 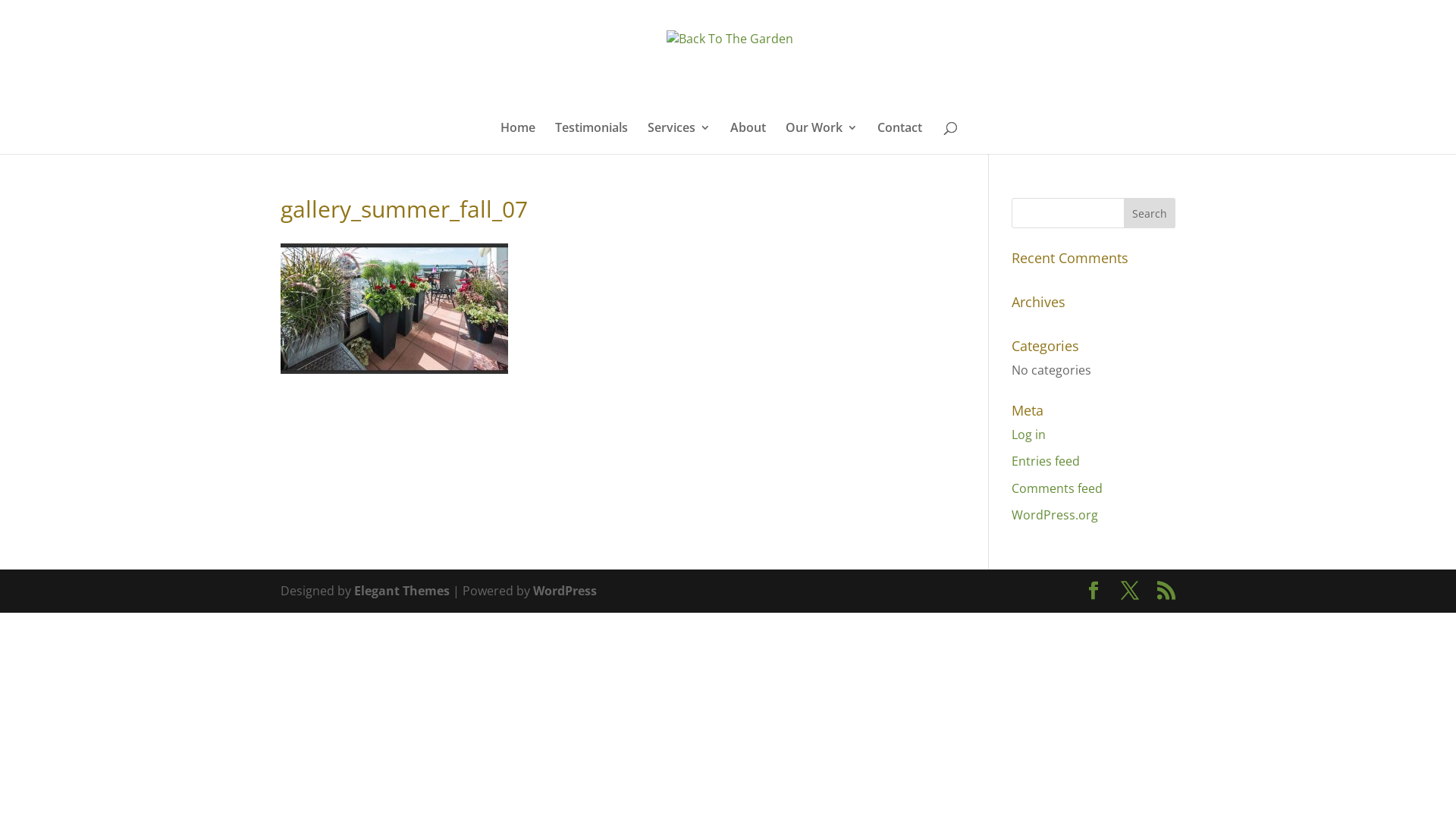 What do you see at coordinates (1150, 213) in the screenshot?
I see `'Search'` at bounding box center [1150, 213].